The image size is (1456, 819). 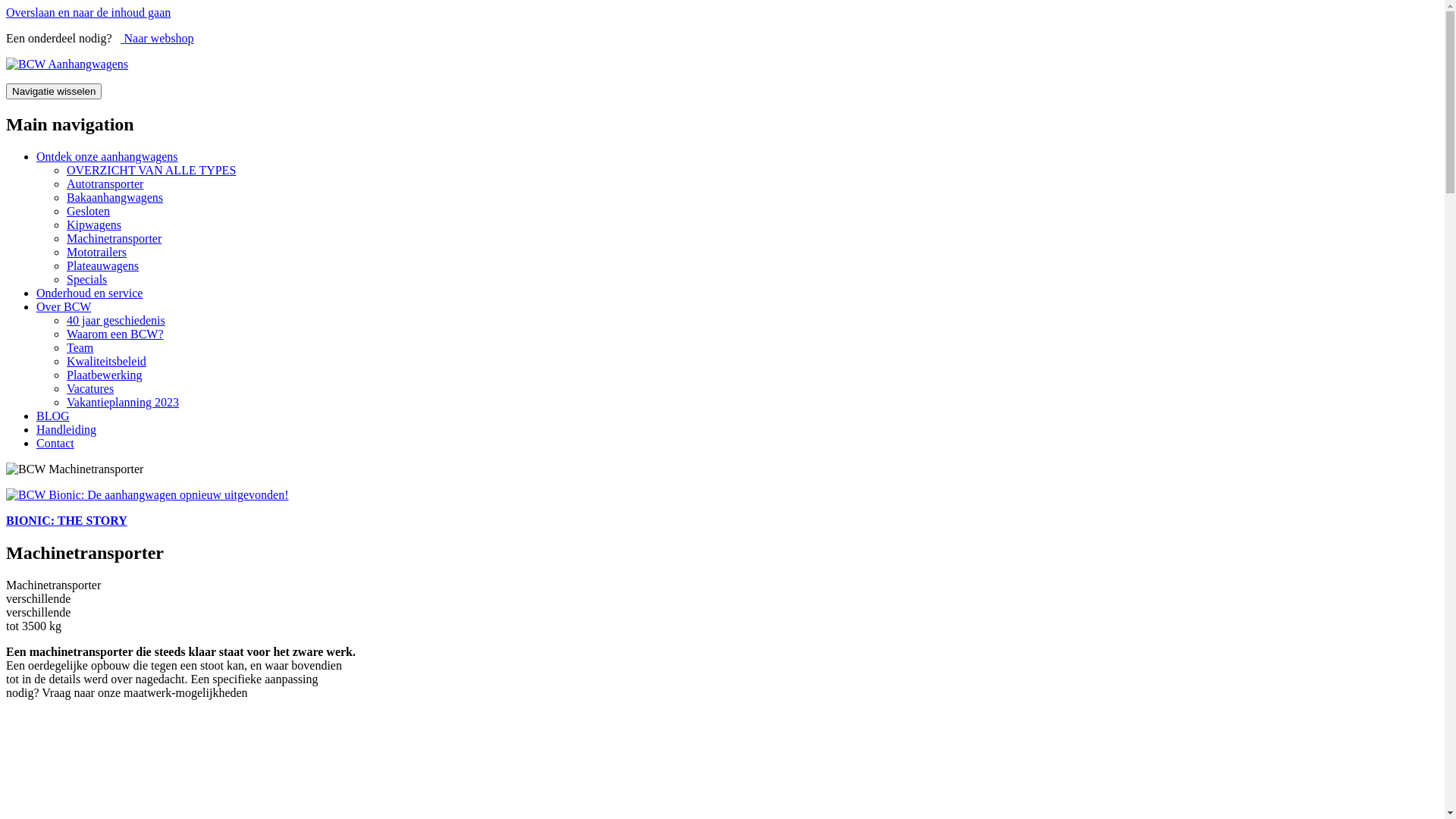 I want to click on 'BIONIC: THE STORY', so click(x=65, y=519).